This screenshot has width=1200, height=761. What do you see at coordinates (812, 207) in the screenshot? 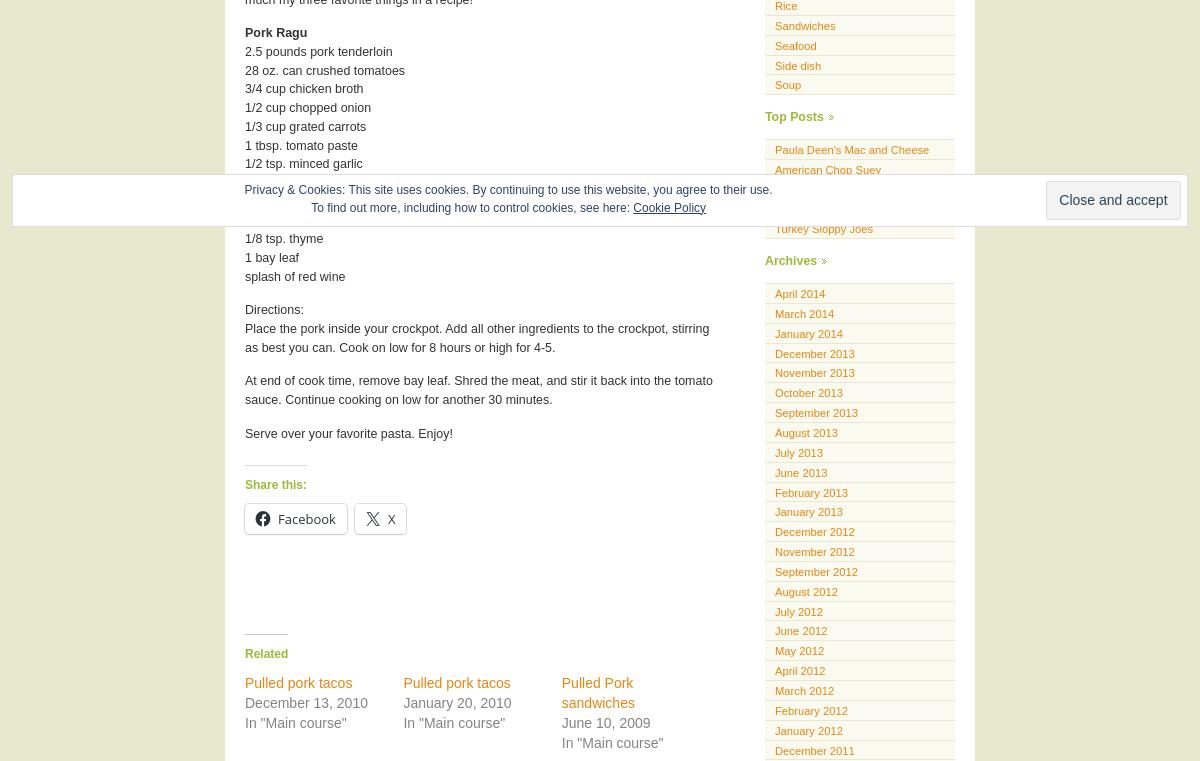
I see `'Turkey goulash'` at bounding box center [812, 207].